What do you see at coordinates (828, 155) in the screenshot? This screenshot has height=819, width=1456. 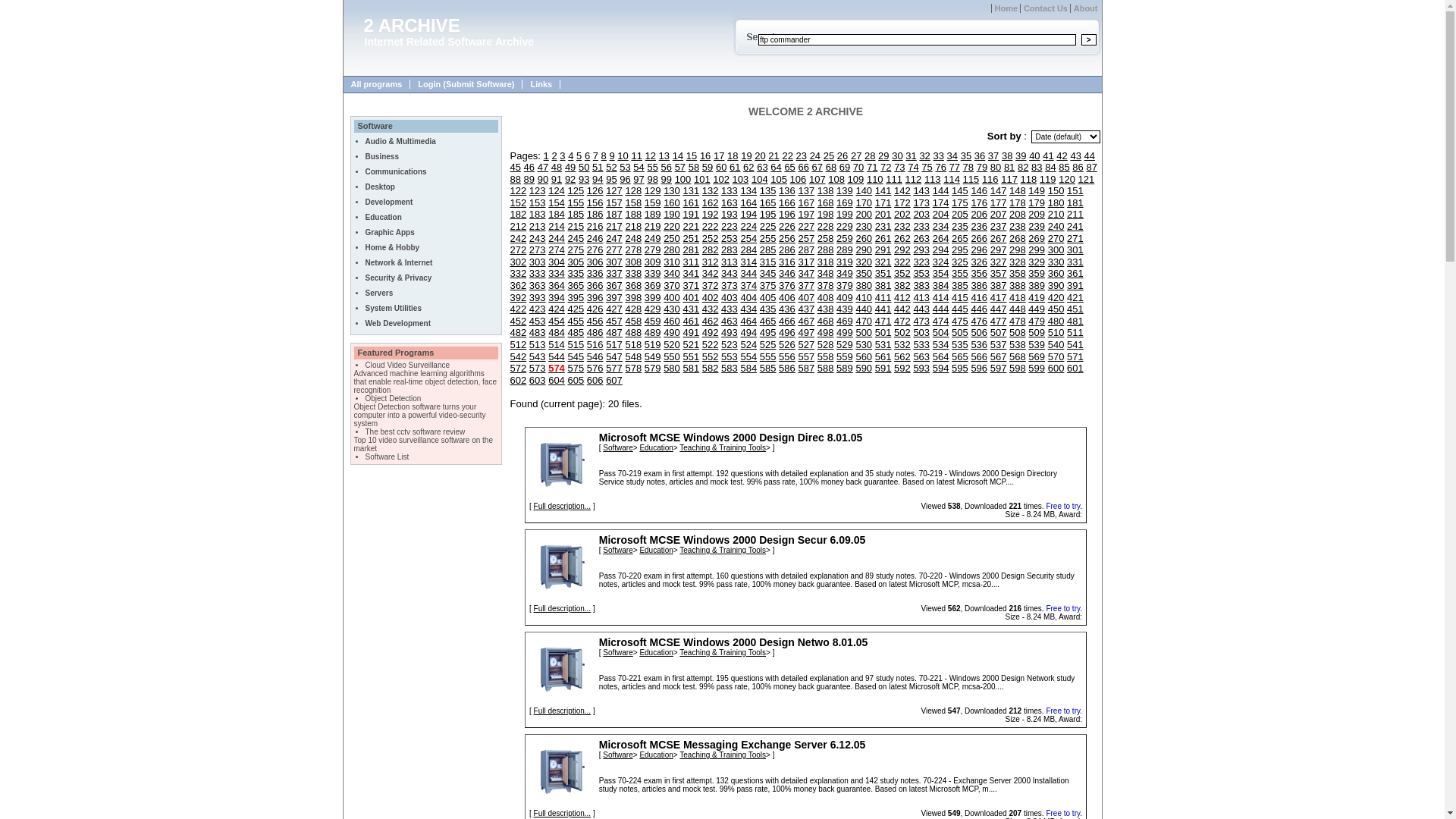 I see `'25'` at bounding box center [828, 155].